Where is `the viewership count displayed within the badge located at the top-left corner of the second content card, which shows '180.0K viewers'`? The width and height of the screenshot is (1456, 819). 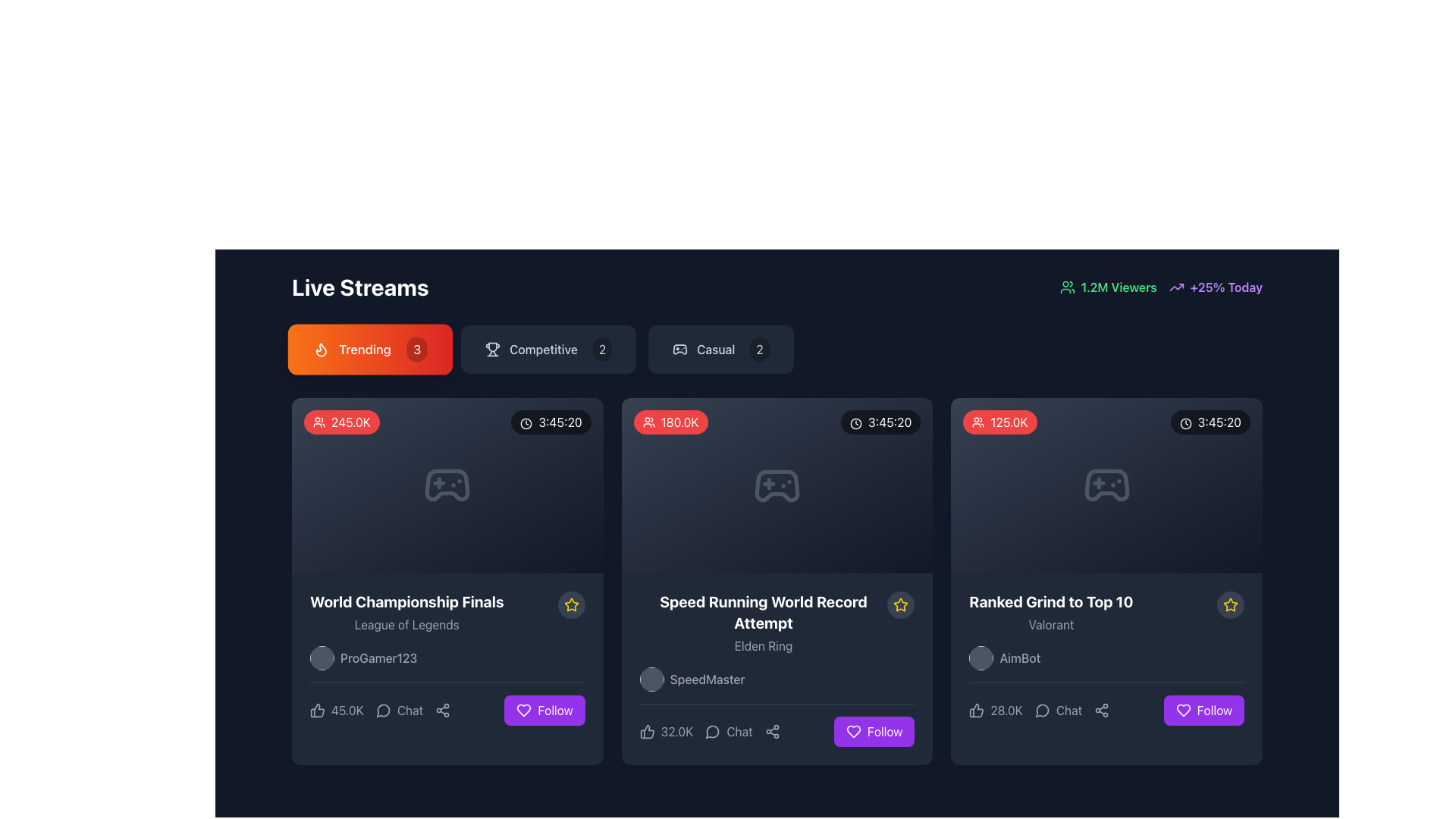 the viewership count displayed within the badge located at the top-left corner of the second content card, which shows '180.0K viewers' is located at coordinates (679, 422).